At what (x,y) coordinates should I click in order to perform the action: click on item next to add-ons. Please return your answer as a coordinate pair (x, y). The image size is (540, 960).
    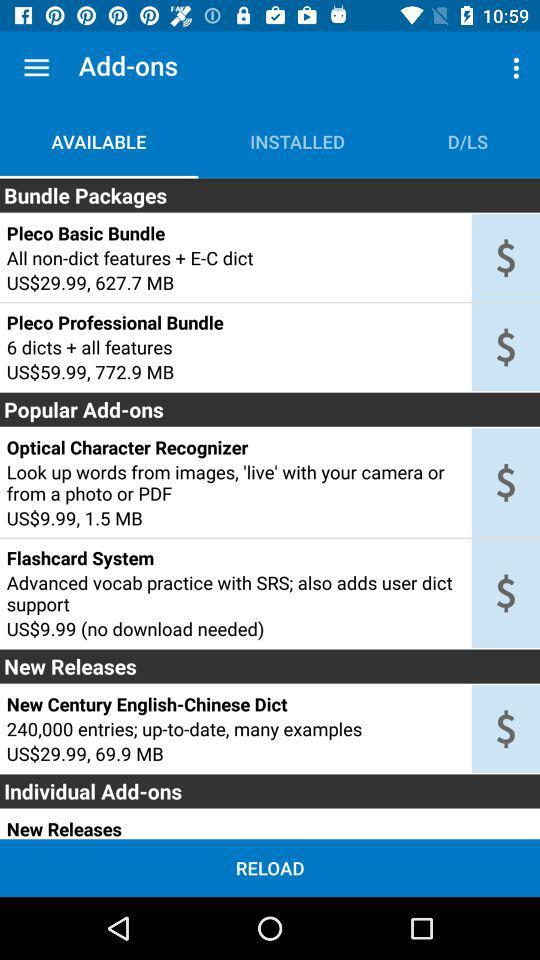
    Looking at the image, I should click on (36, 68).